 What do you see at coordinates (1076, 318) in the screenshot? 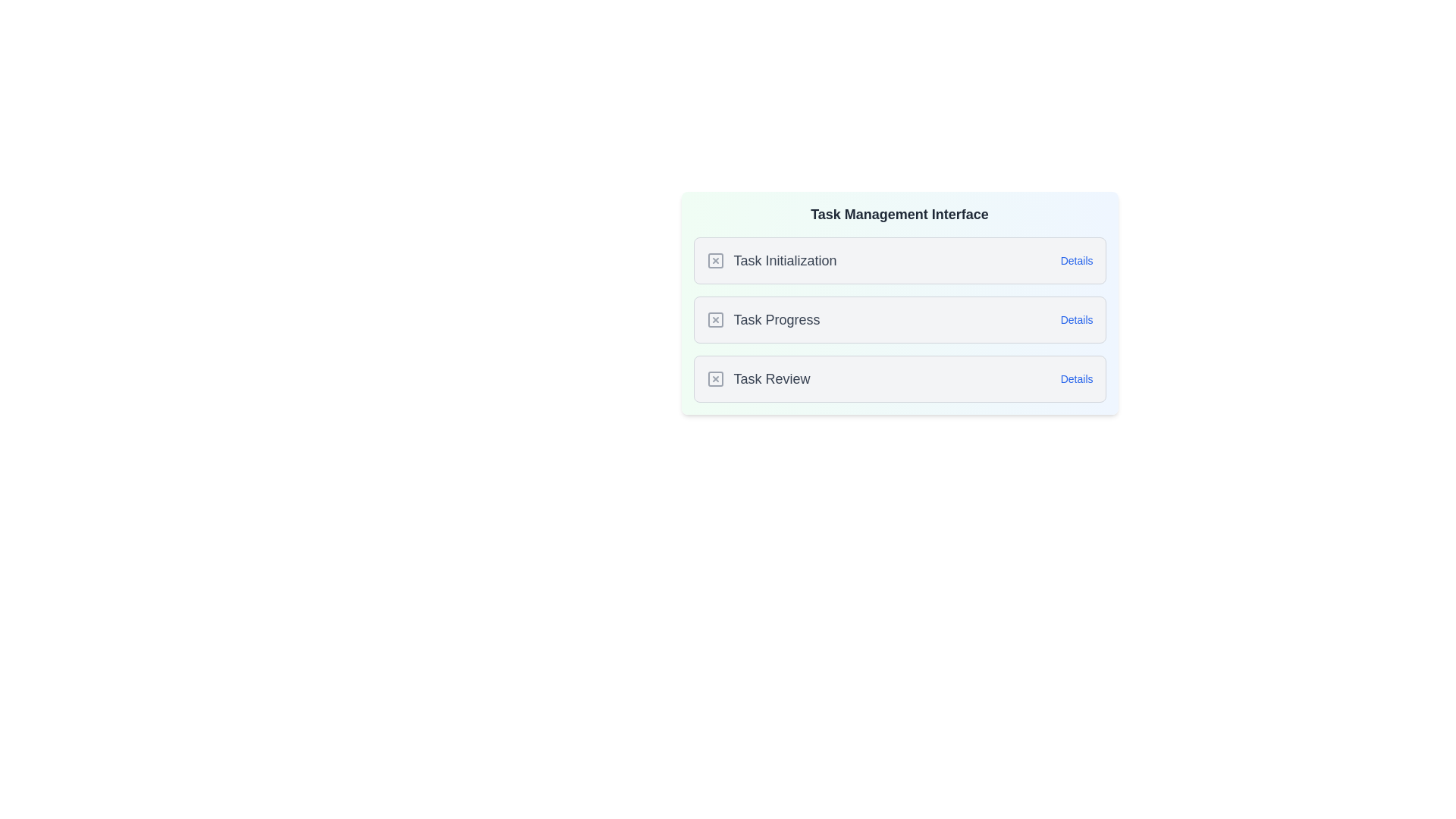
I see `the 'Details' button for Task Progress` at bounding box center [1076, 318].